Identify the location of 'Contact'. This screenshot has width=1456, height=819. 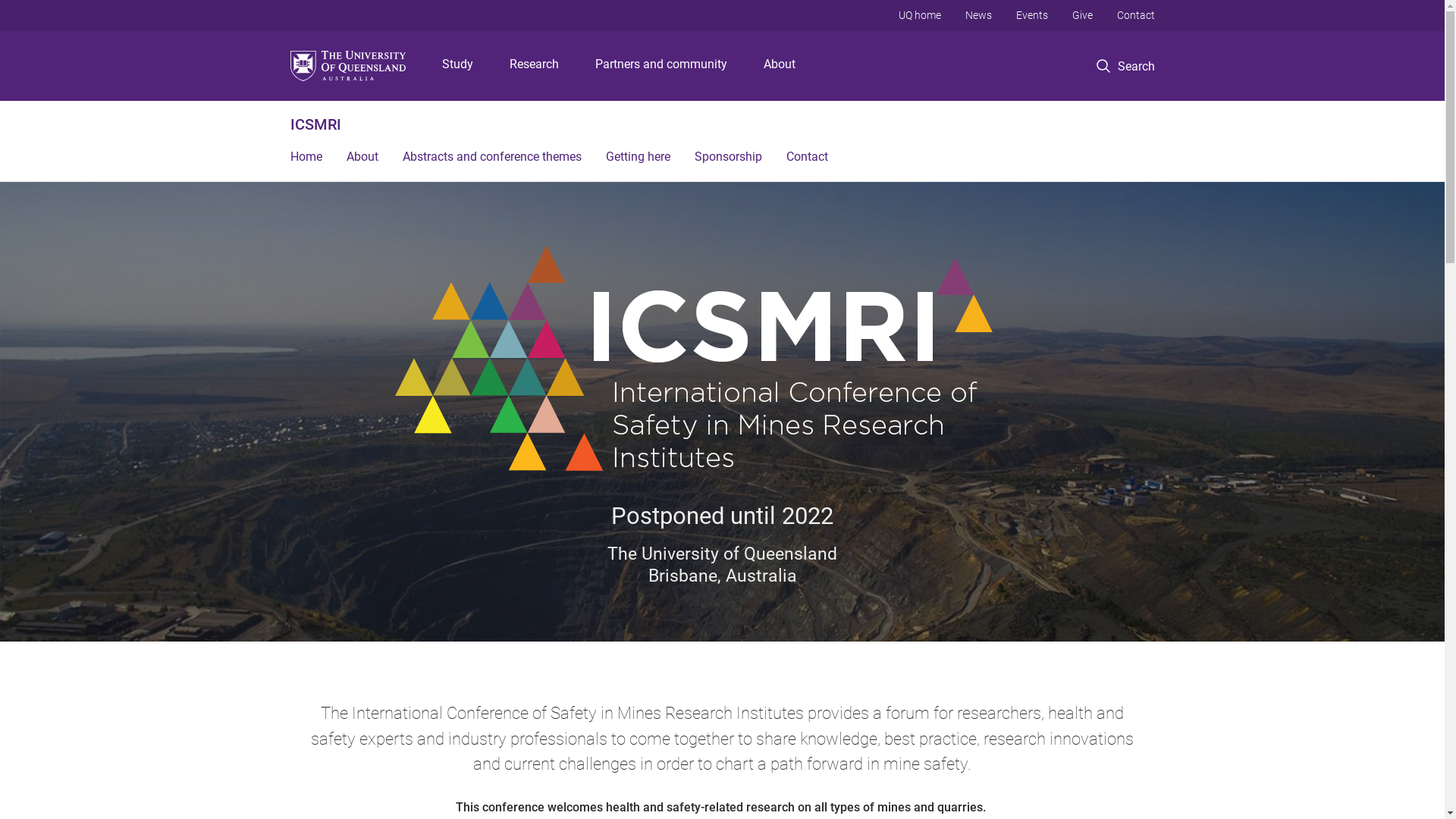
(805, 158).